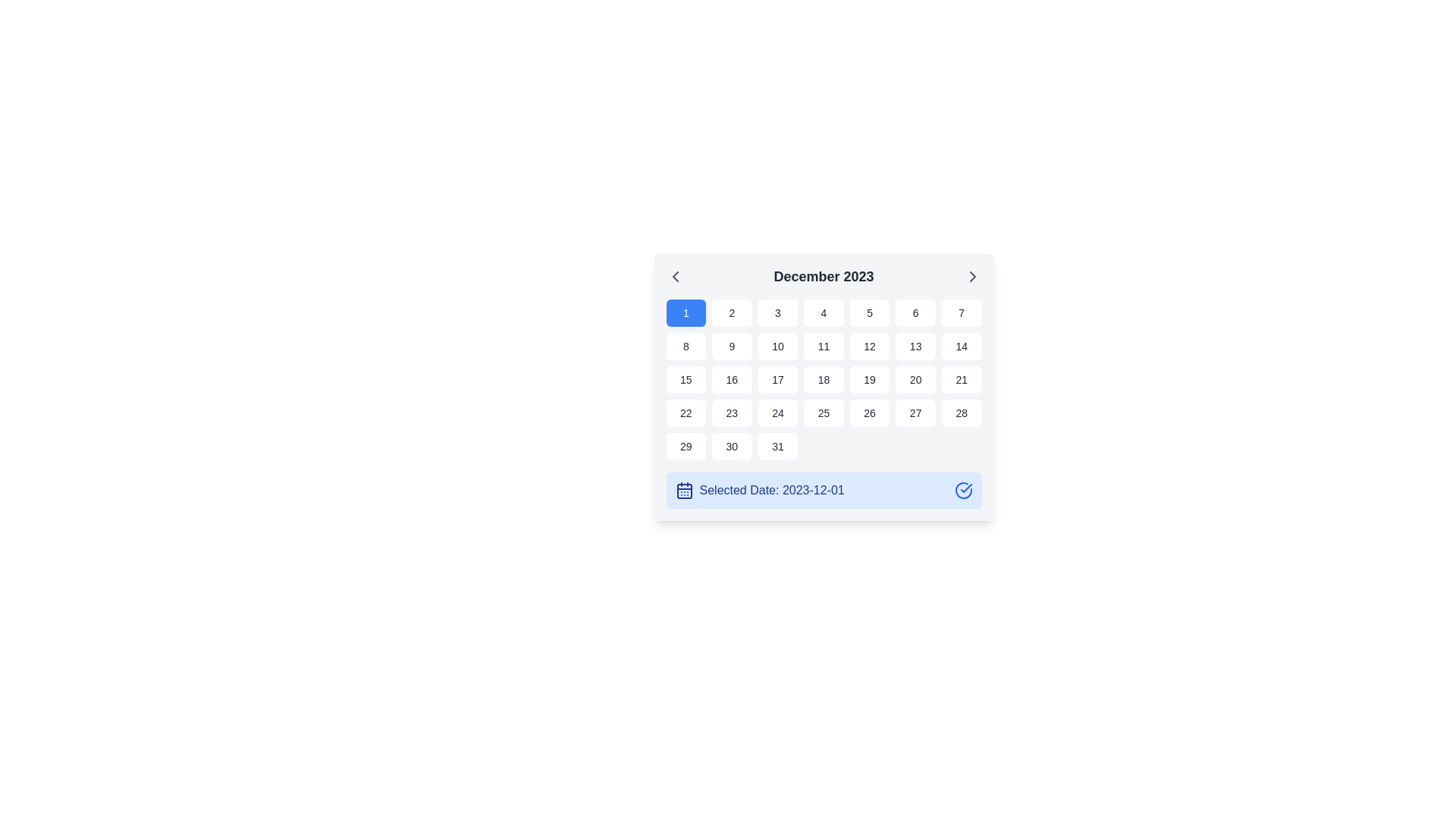 The height and width of the screenshot is (819, 1456). I want to click on the button representing the date '13' in the December 2023 calendar, so click(915, 346).